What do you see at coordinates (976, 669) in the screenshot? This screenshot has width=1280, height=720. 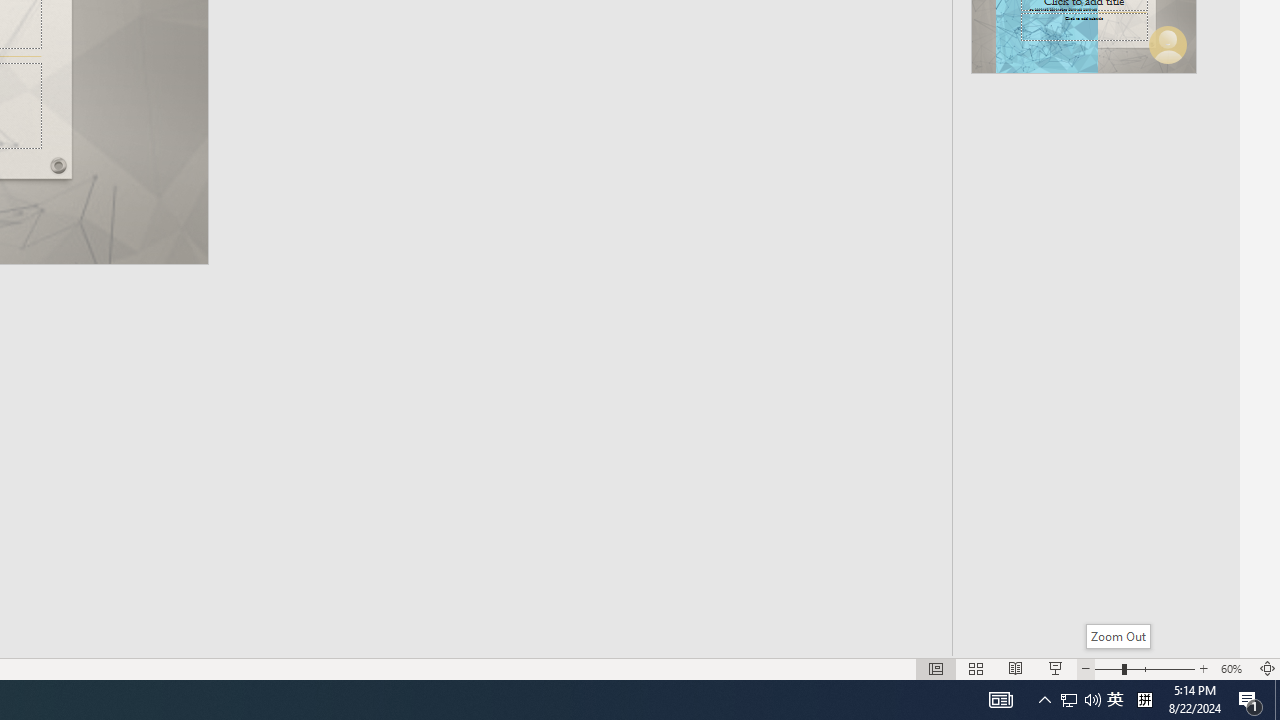 I see `'Slide Sorter'` at bounding box center [976, 669].